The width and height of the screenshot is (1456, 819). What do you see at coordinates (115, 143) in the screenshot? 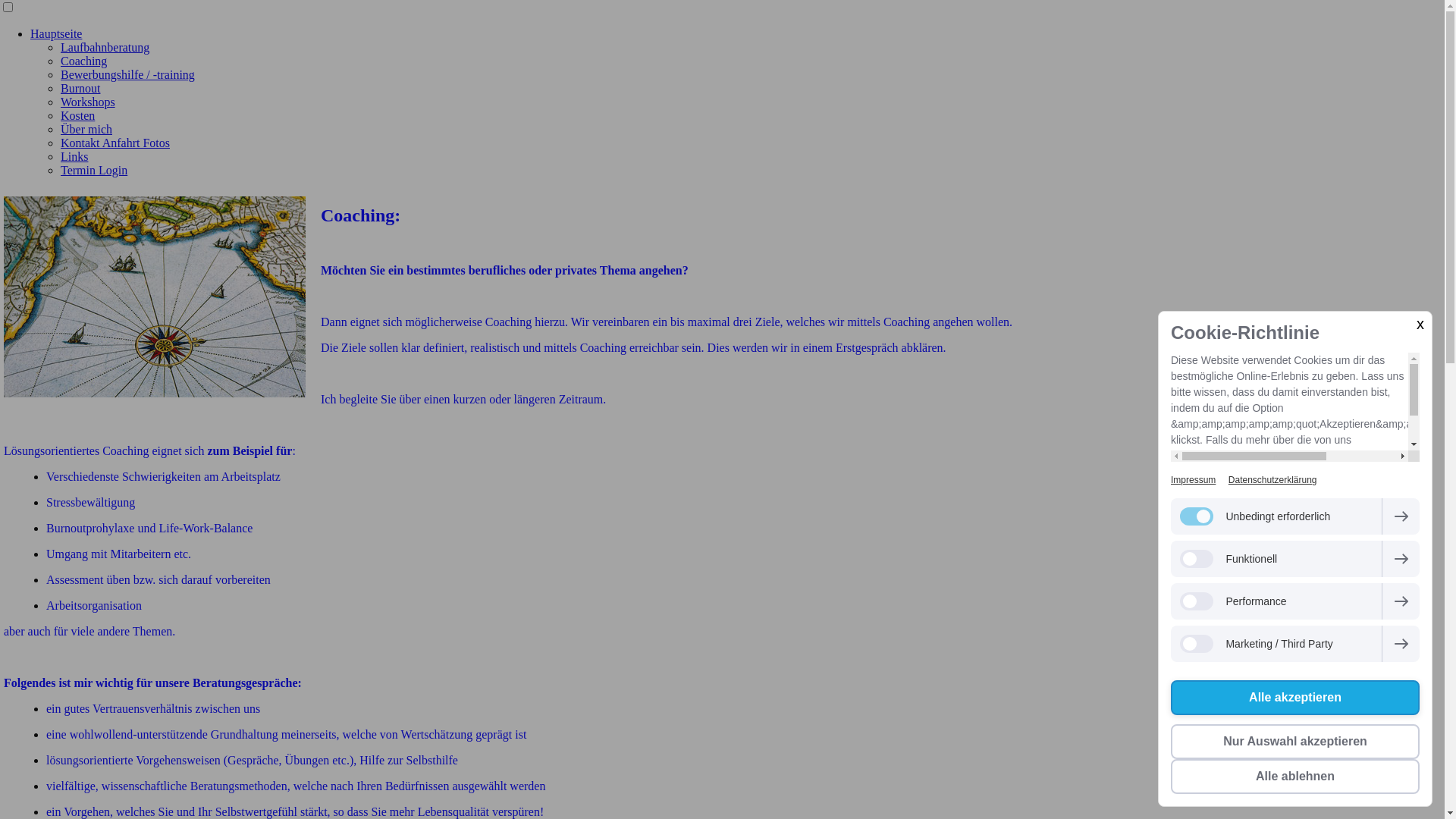
I see `'Kontakt Anfahrt Fotos'` at bounding box center [115, 143].